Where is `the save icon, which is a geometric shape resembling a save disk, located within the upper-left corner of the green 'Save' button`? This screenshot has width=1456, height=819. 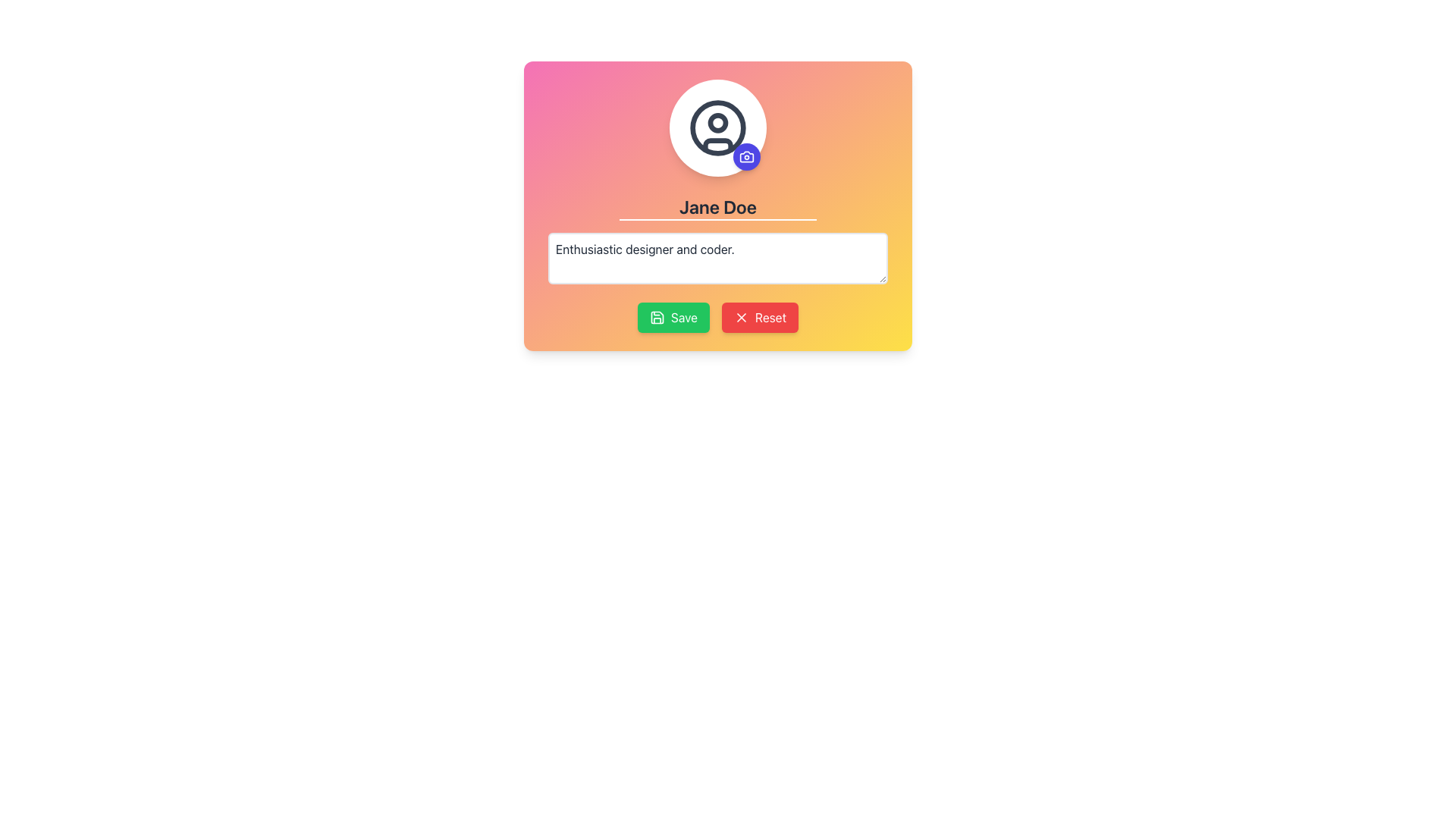
the save icon, which is a geometric shape resembling a save disk, located within the upper-left corner of the green 'Save' button is located at coordinates (657, 317).